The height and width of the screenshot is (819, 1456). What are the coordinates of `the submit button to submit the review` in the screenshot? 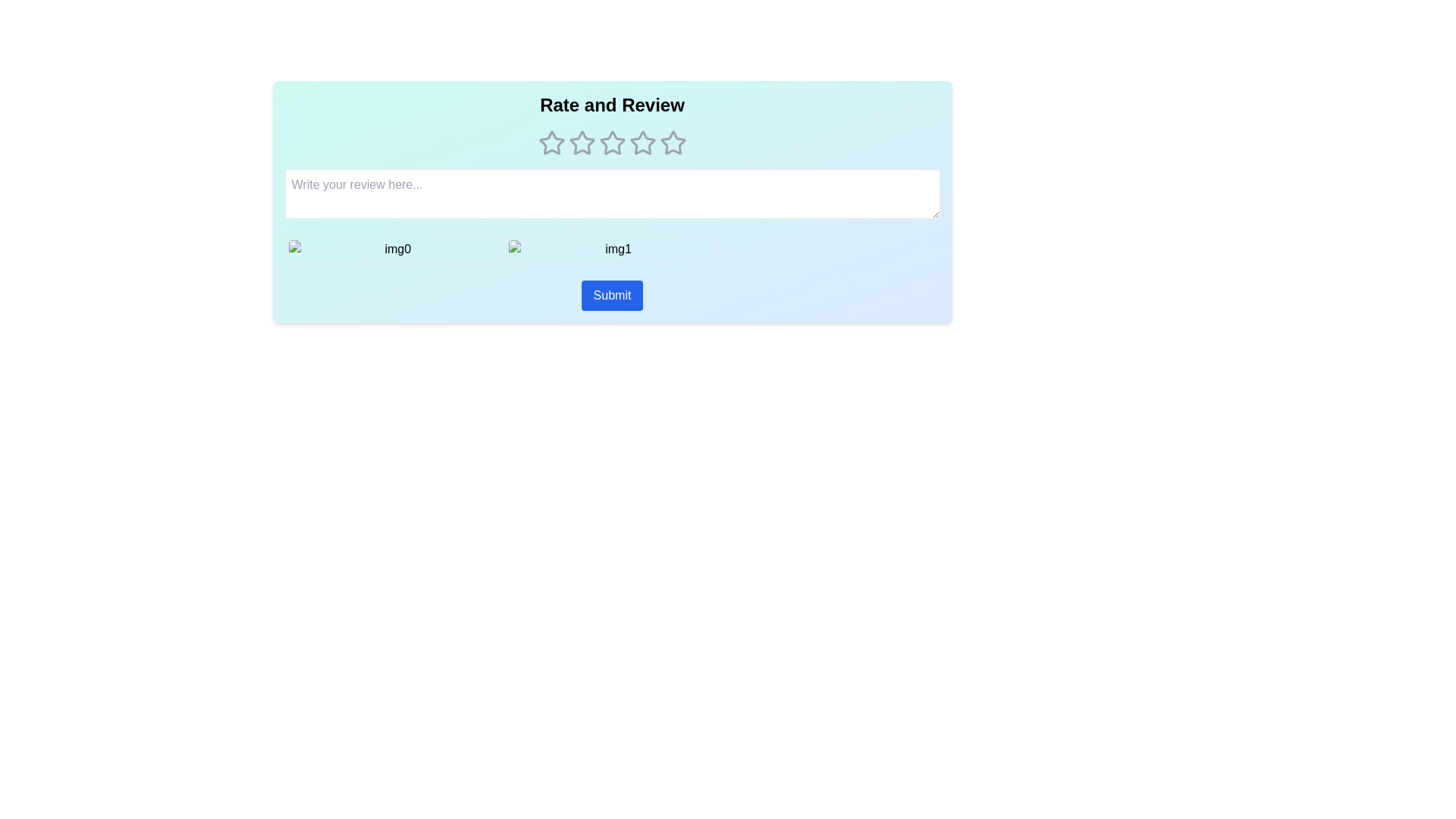 It's located at (612, 295).